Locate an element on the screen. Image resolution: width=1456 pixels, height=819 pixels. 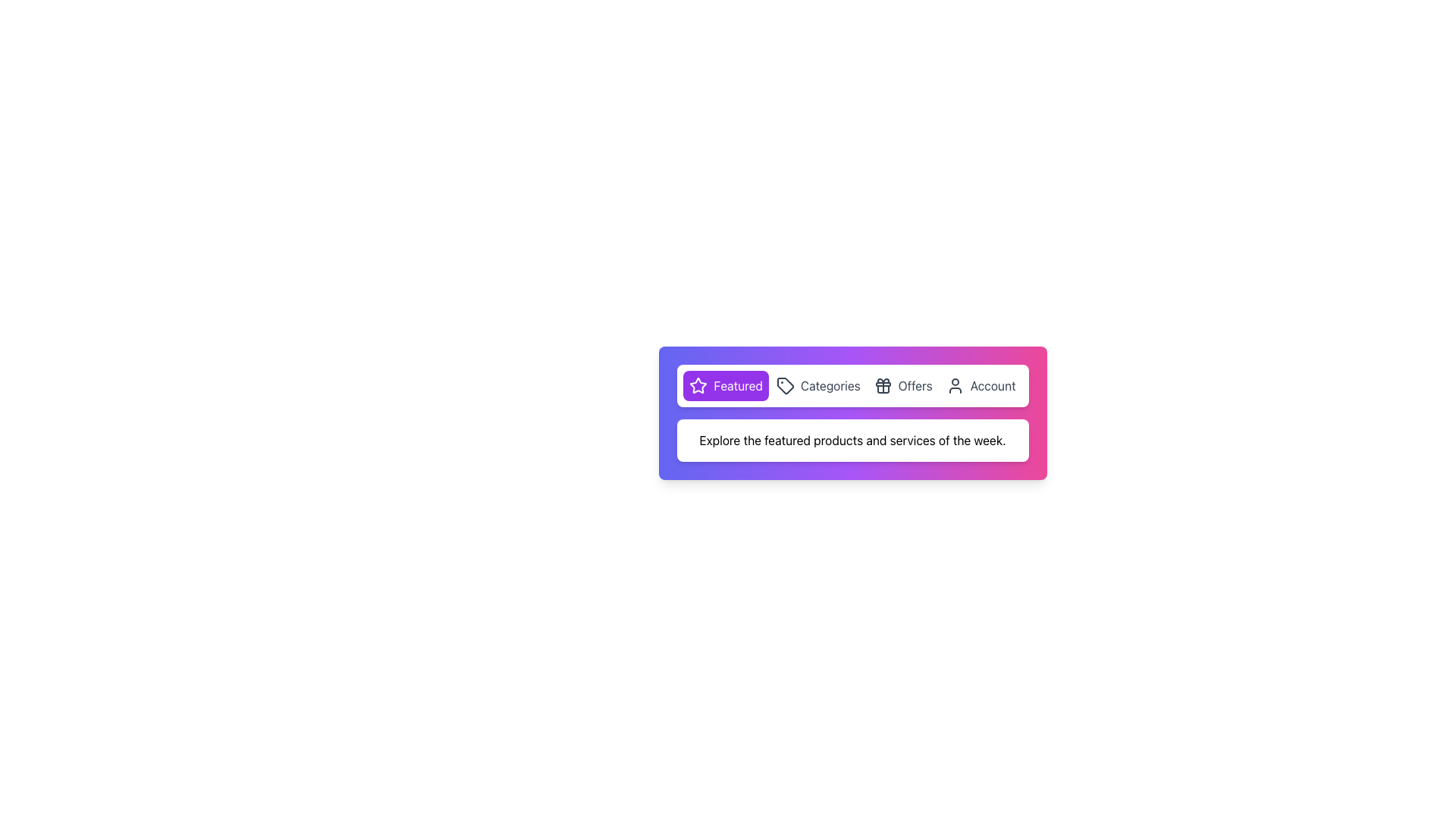
the navigation button located at the far right of a row of four buttons is located at coordinates (981, 385).